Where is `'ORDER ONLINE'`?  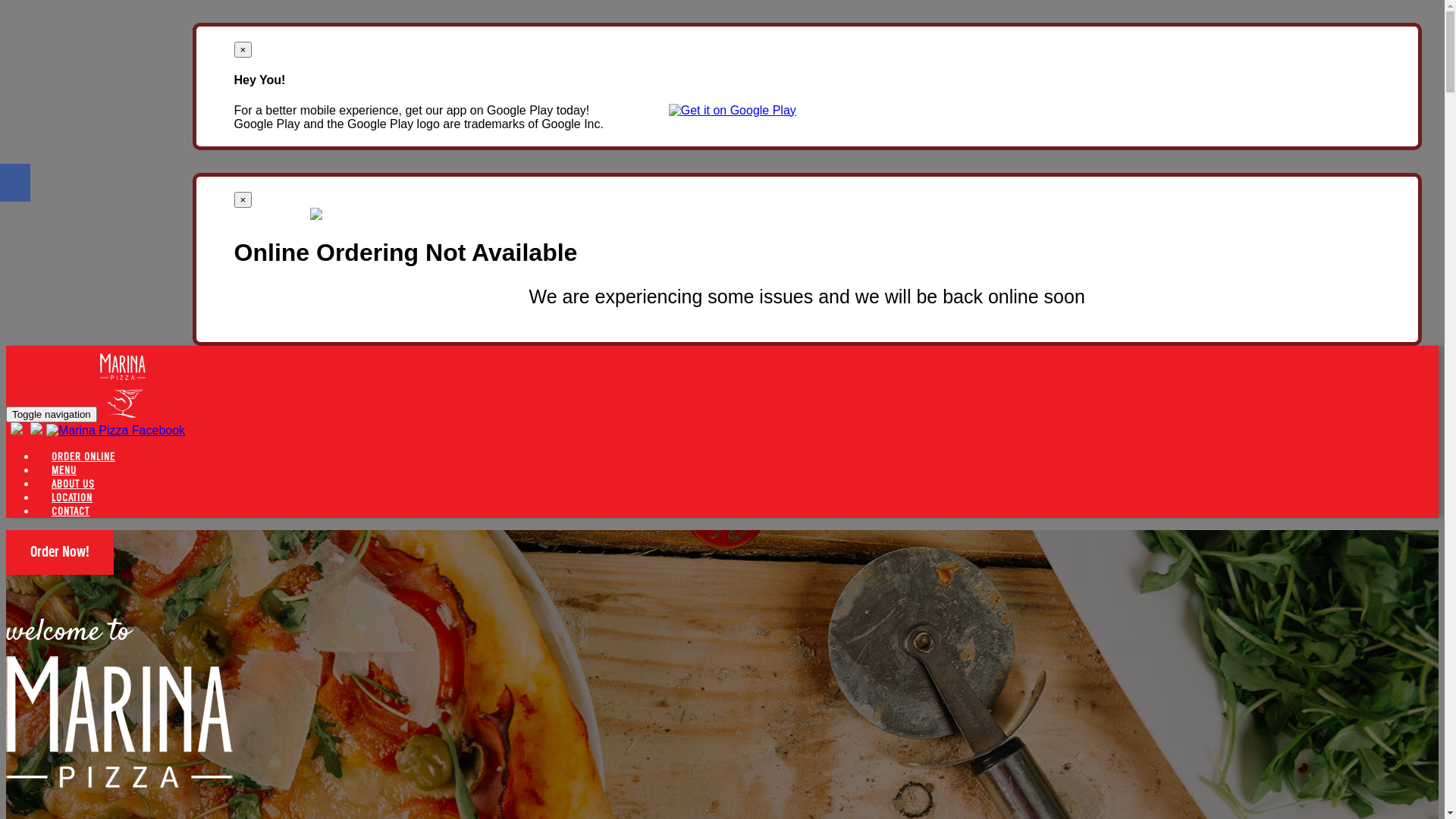 'ORDER ONLINE' is located at coordinates (83, 455).